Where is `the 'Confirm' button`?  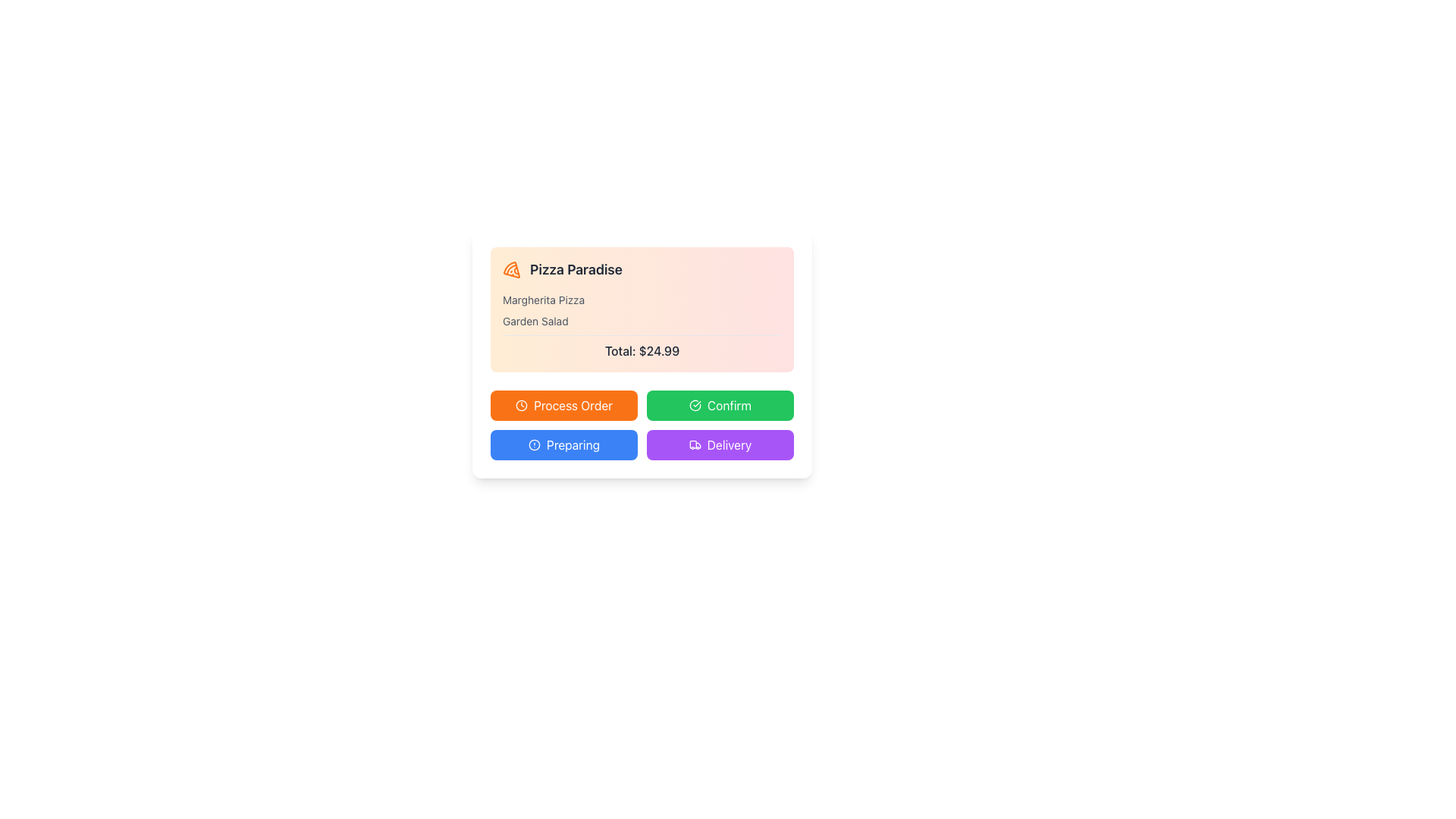 the 'Confirm' button is located at coordinates (729, 405).